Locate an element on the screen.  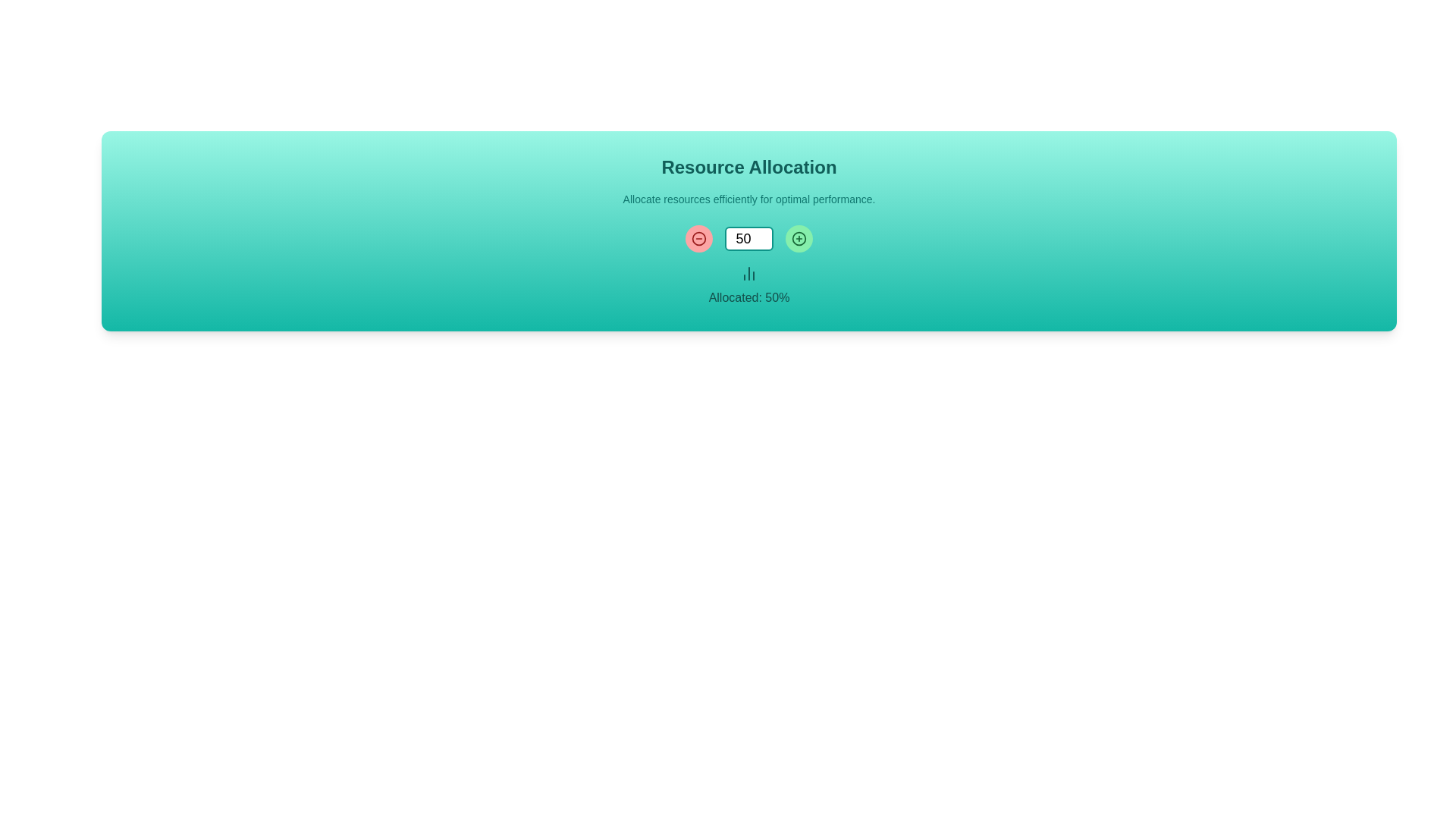
the stylized bar chart icon that visually represents data distribution, located below the numeric input field and above the text 'Allocated: 50%' is located at coordinates (749, 274).